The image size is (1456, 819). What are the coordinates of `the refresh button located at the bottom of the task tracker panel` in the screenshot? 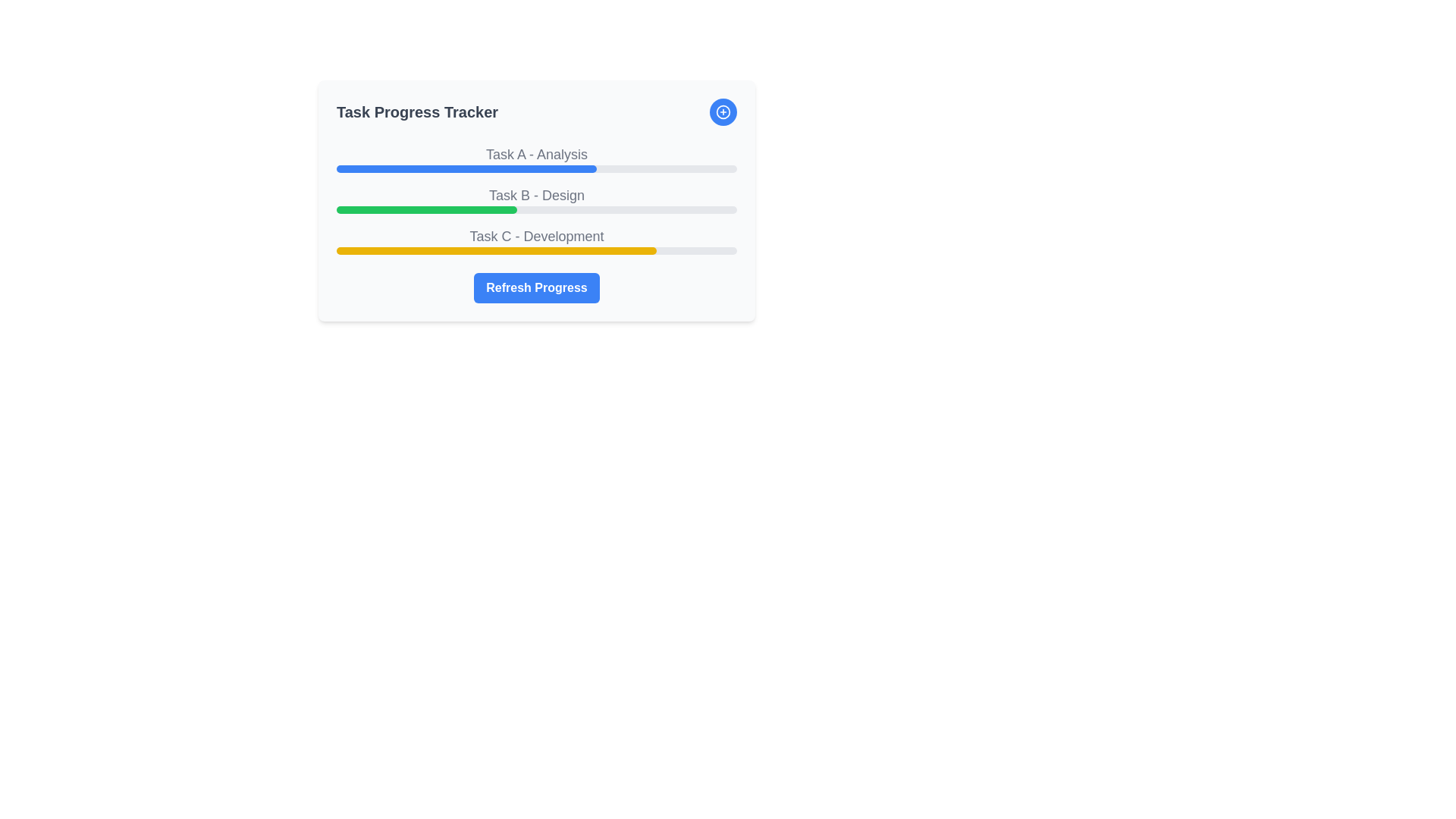 It's located at (537, 288).